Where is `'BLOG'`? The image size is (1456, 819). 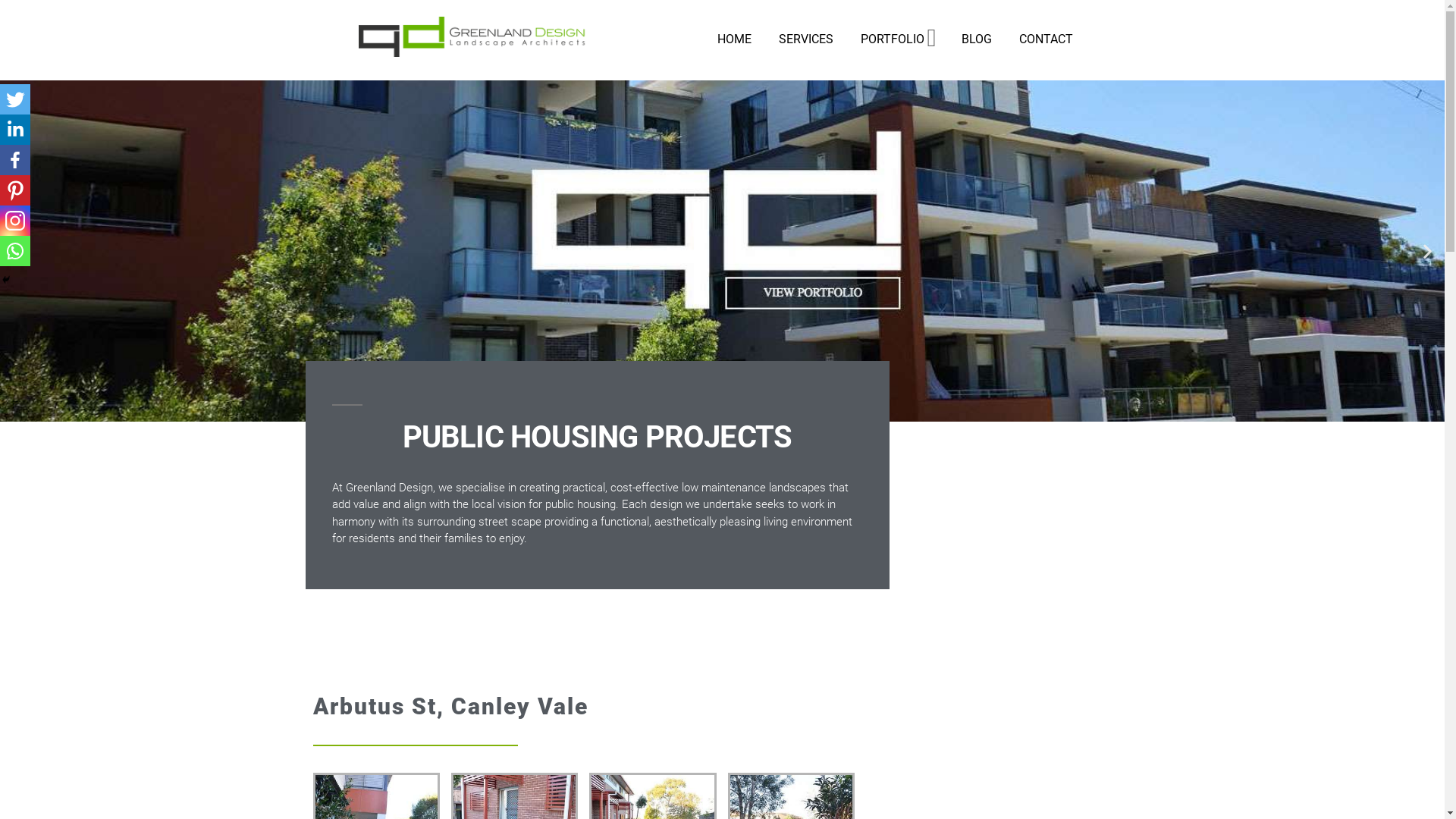 'BLOG' is located at coordinates (976, 39).